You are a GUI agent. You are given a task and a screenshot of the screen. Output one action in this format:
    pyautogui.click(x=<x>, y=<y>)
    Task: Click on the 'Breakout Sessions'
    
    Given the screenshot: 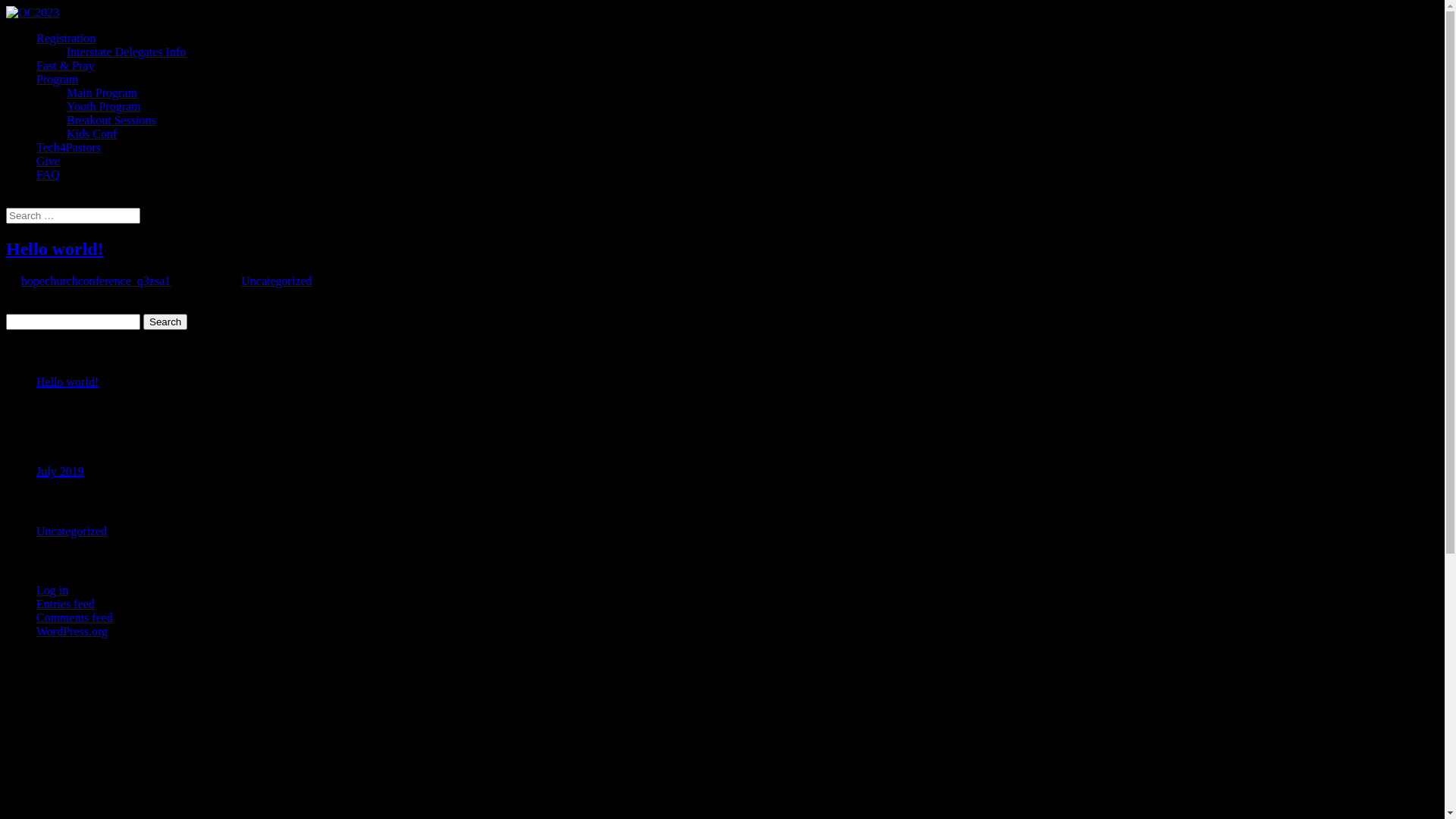 What is the action you would take?
    pyautogui.click(x=111, y=119)
    